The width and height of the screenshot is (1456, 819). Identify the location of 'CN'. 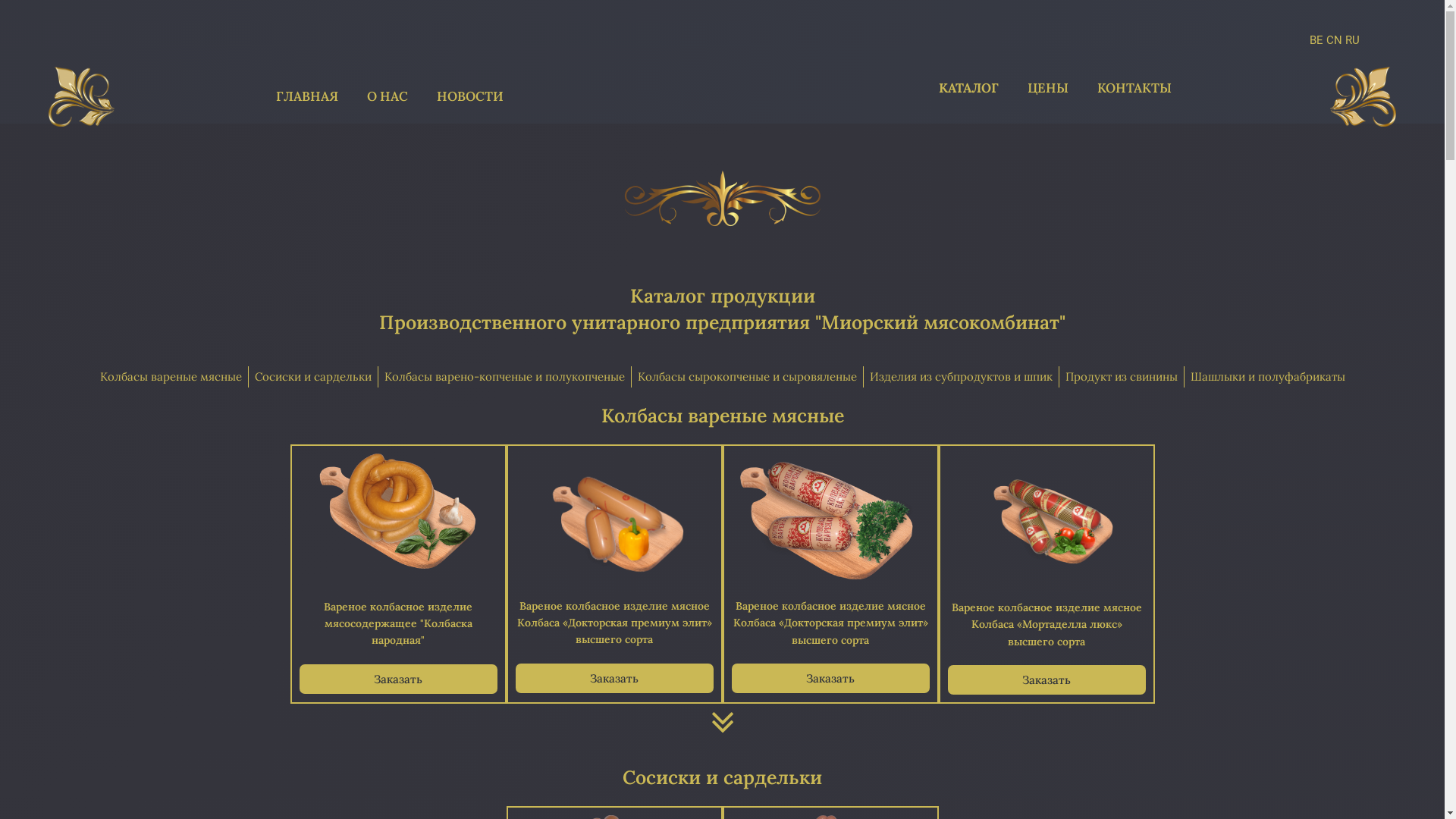
(1333, 39).